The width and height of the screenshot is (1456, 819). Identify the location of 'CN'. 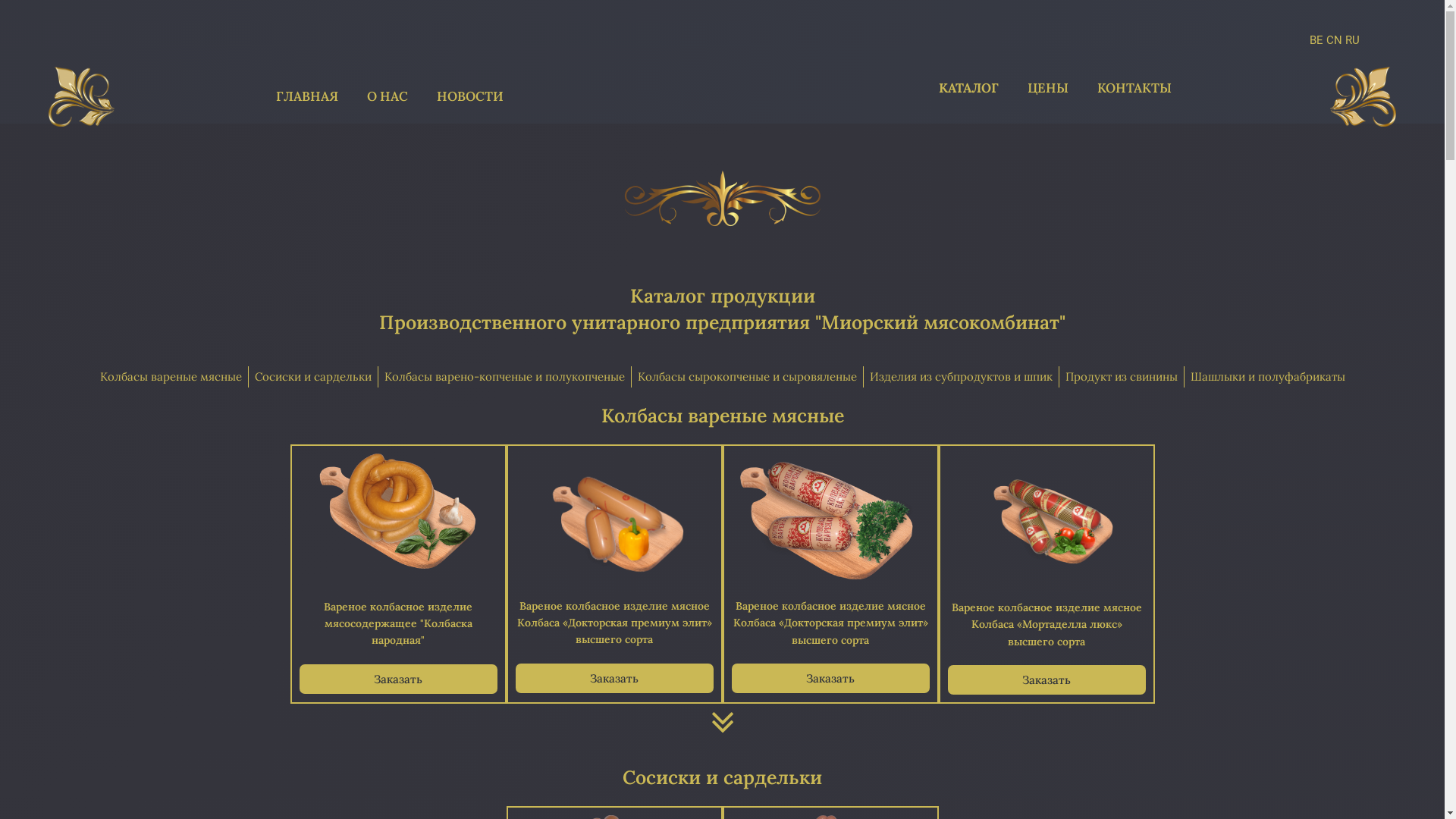
(1333, 39).